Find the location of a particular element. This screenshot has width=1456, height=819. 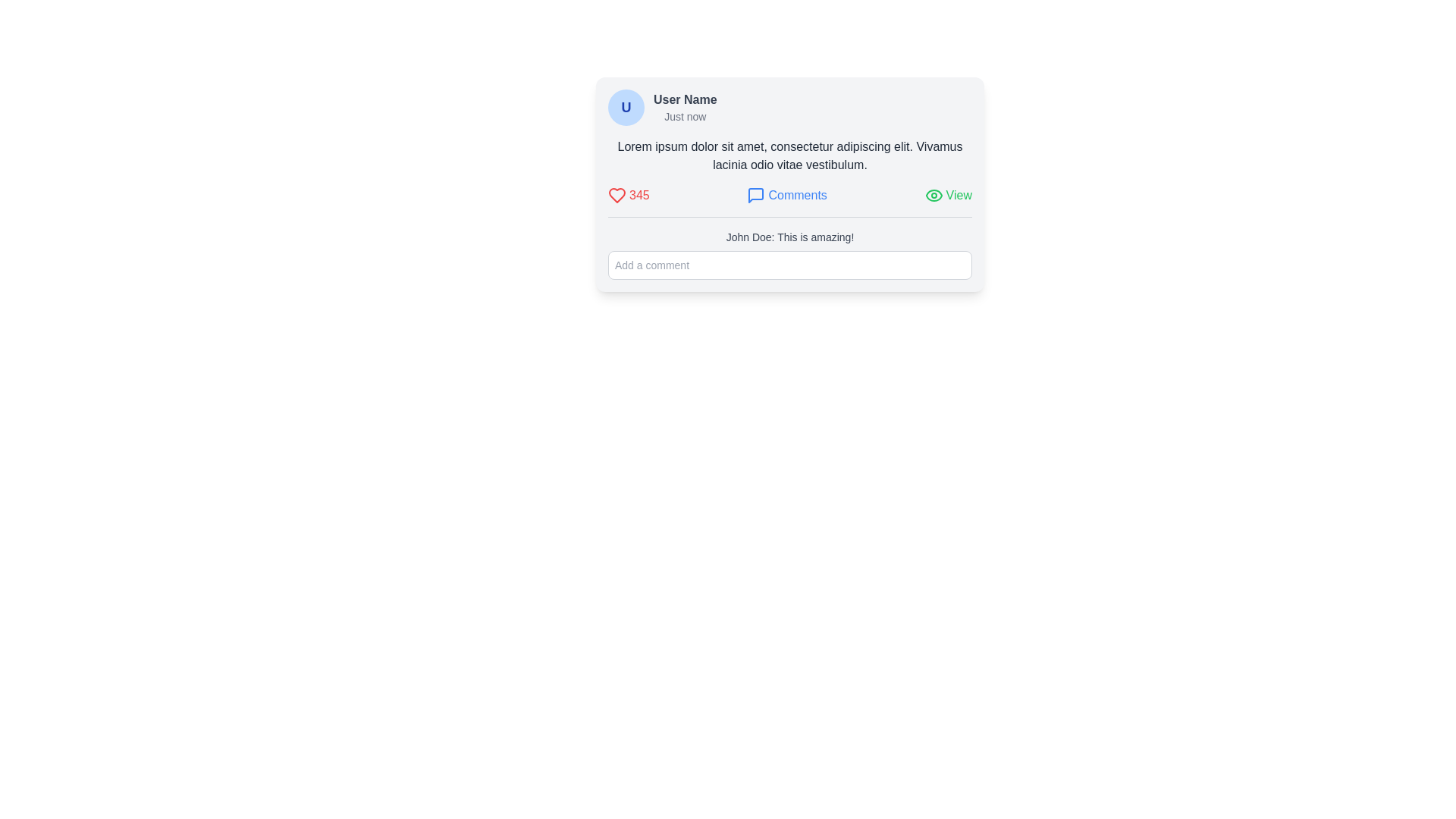

the comment icon located is located at coordinates (756, 195).